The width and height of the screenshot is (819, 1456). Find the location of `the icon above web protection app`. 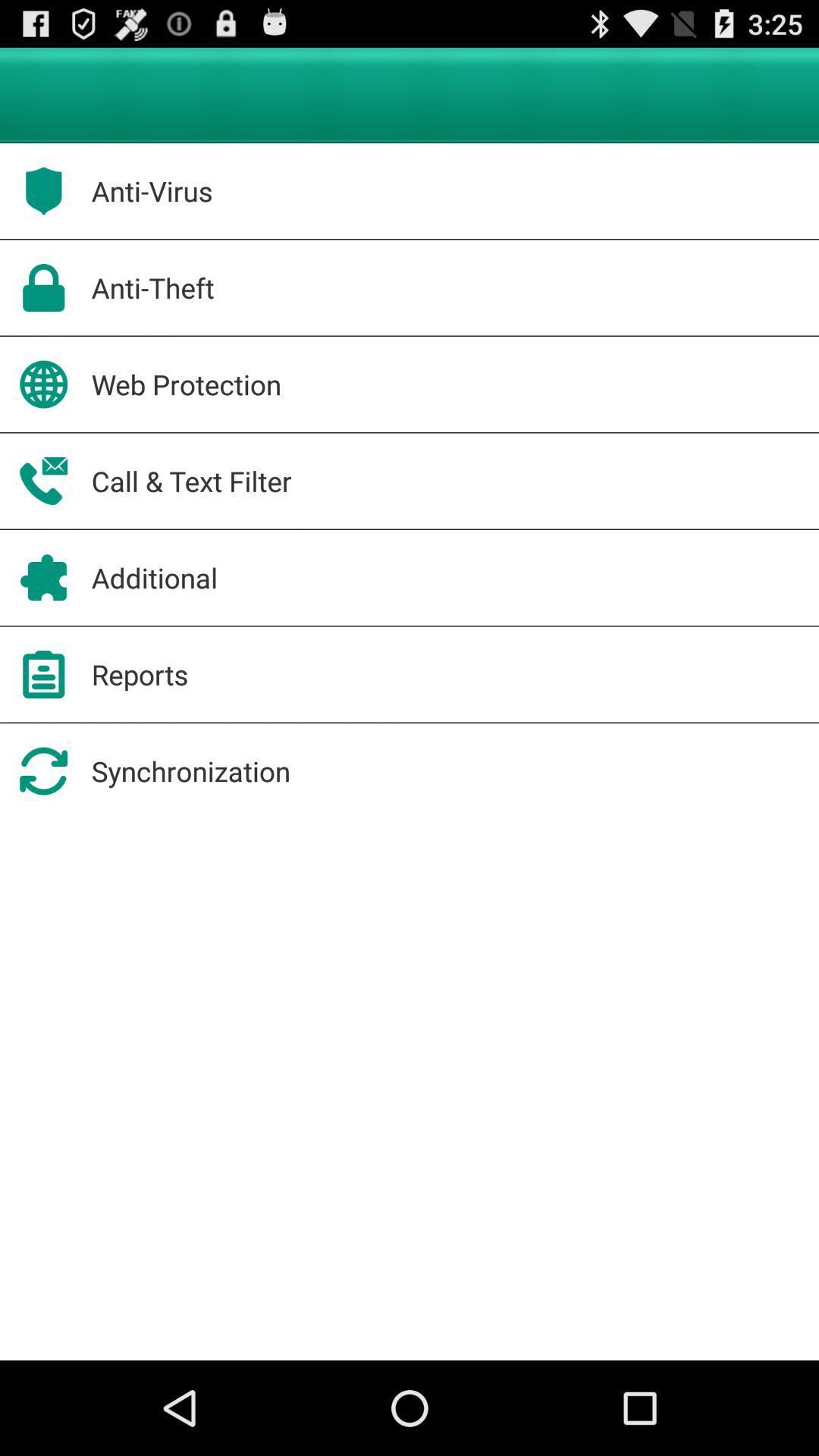

the icon above web protection app is located at coordinates (152, 287).